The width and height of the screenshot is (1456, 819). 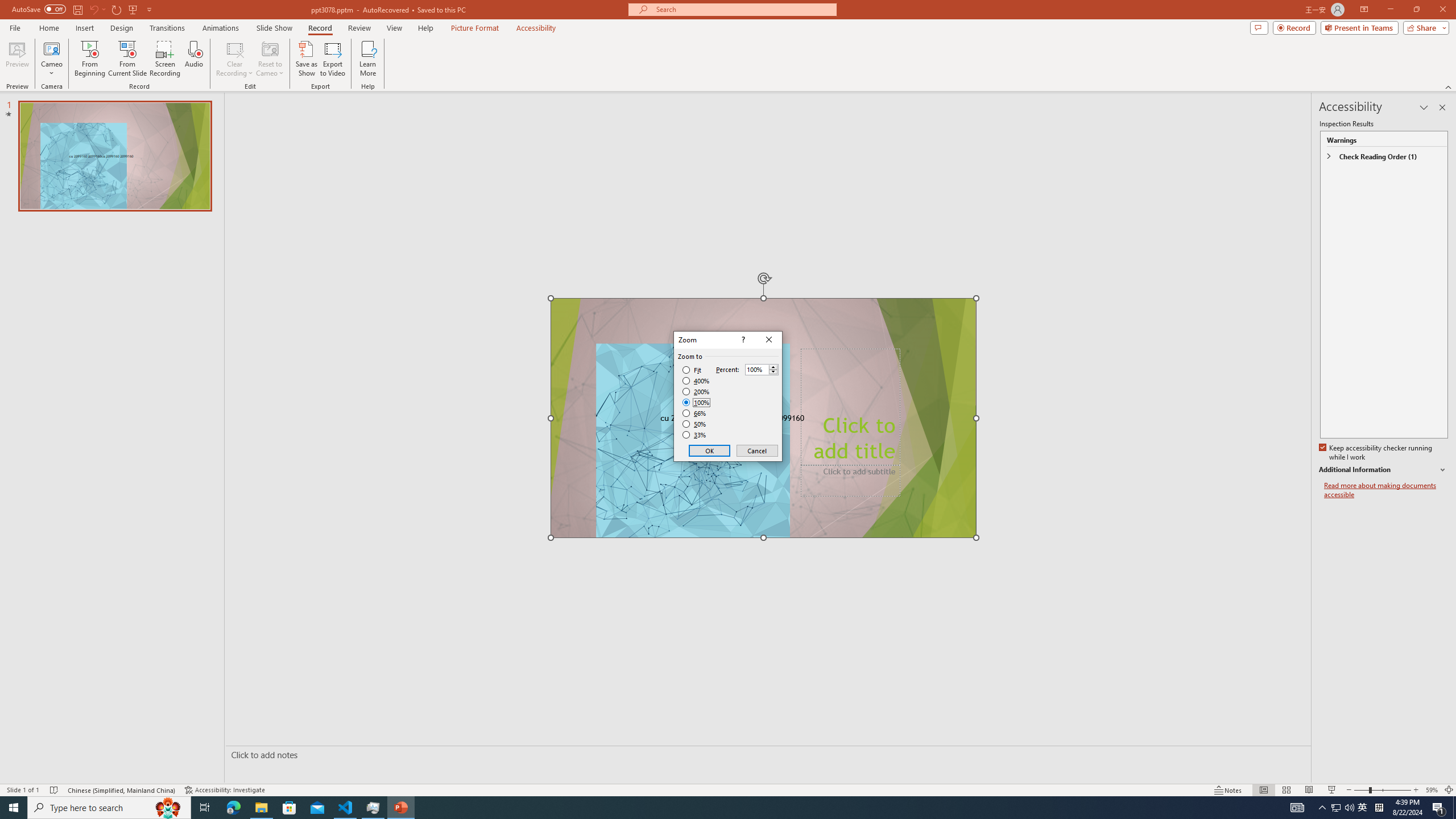 I want to click on '33%', so click(x=695, y=435).